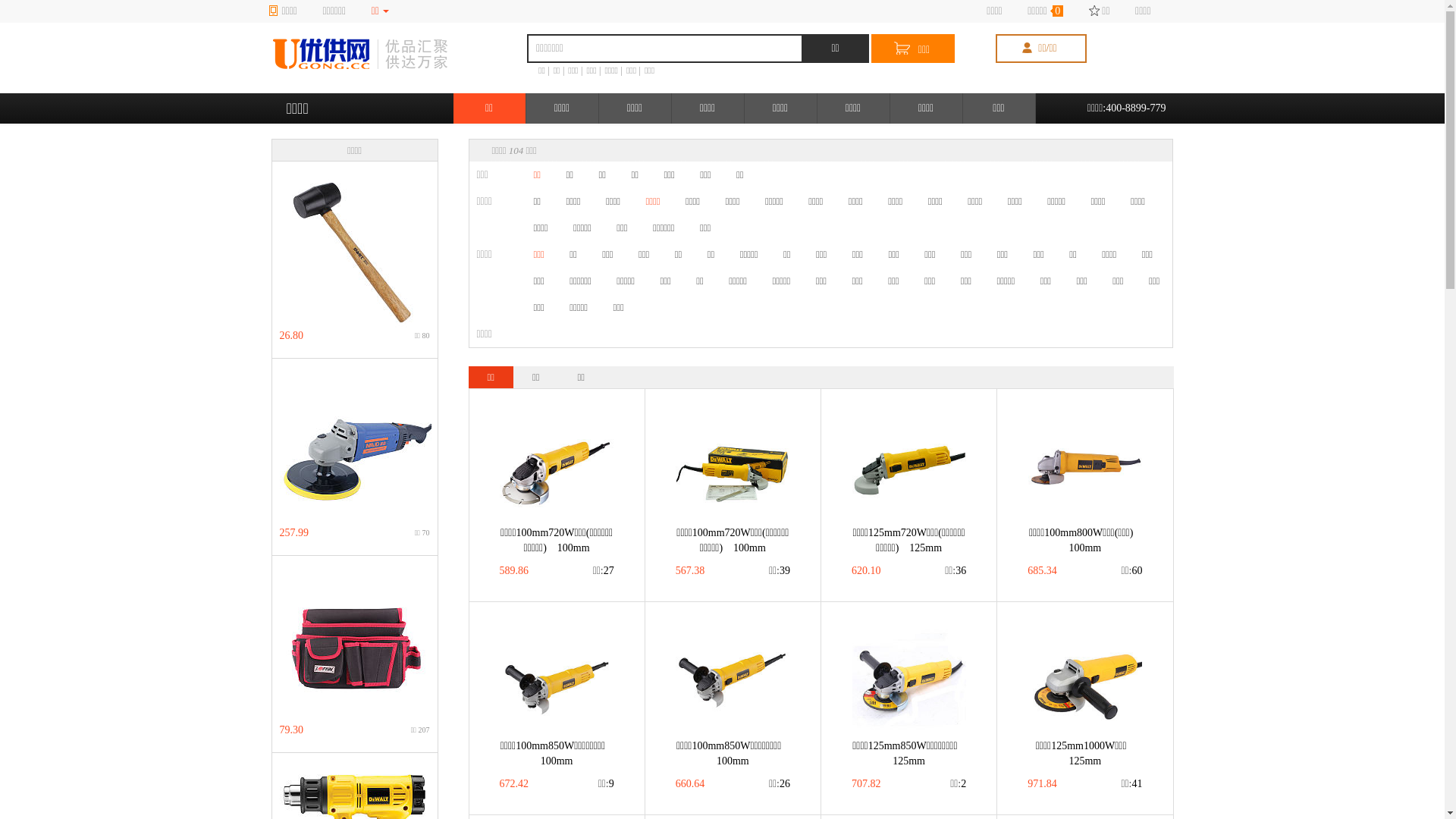  What do you see at coordinates (957, 783) in the screenshot?
I see `'2'` at bounding box center [957, 783].